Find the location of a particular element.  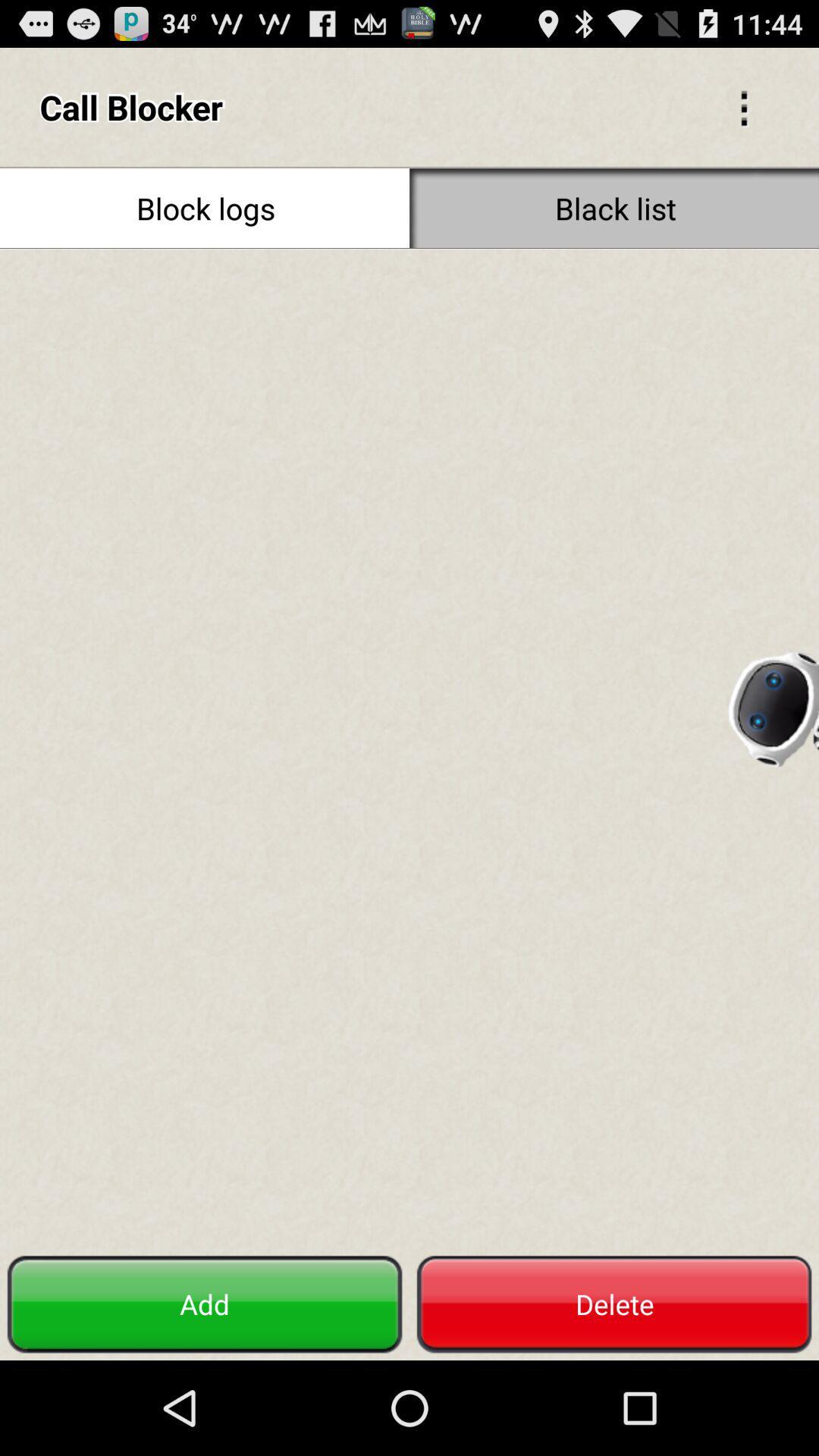

the delete item is located at coordinates (614, 1304).